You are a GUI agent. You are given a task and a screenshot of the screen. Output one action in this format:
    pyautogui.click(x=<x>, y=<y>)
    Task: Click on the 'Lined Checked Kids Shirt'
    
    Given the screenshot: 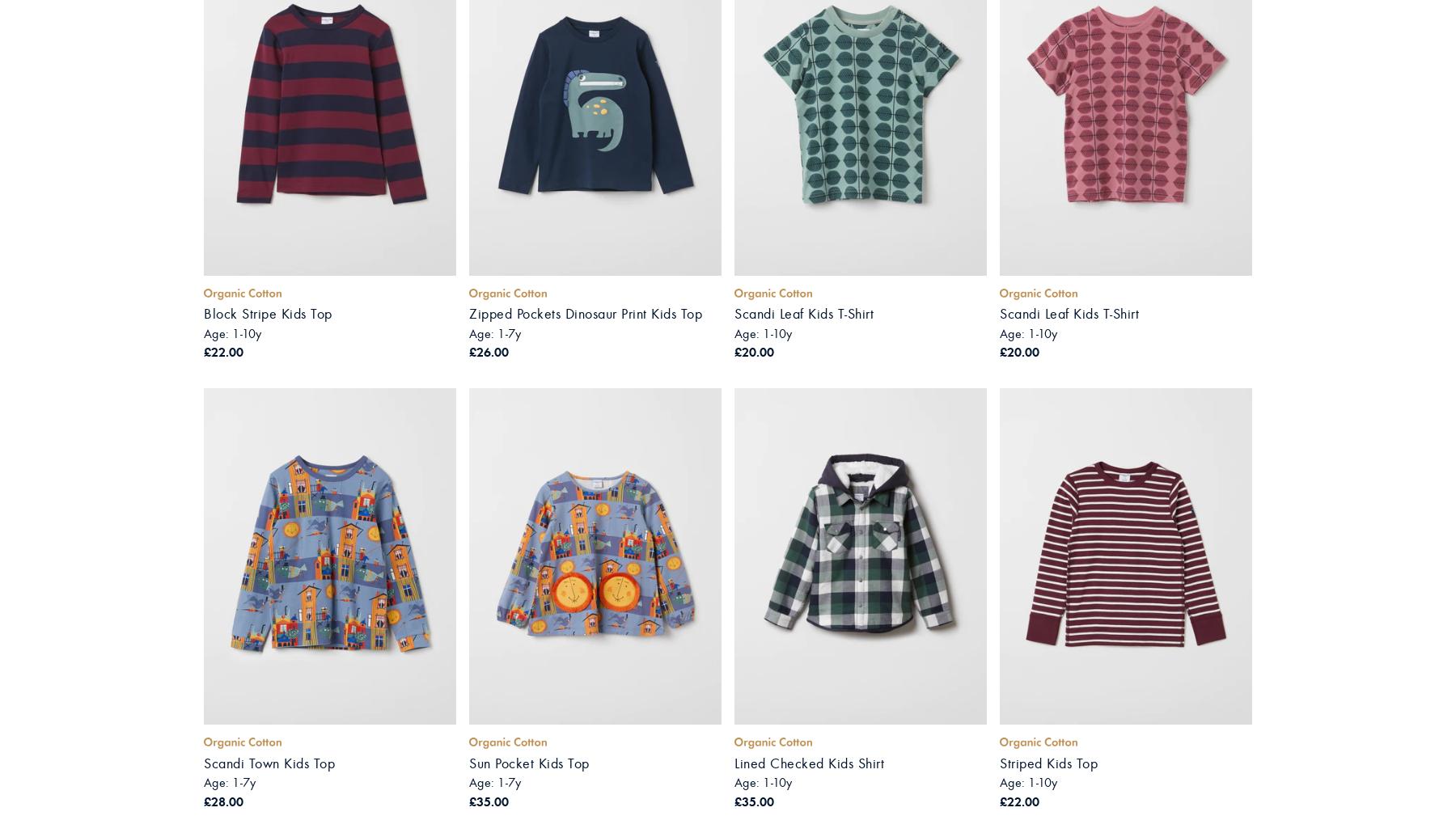 What is the action you would take?
    pyautogui.click(x=733, y=763)
    